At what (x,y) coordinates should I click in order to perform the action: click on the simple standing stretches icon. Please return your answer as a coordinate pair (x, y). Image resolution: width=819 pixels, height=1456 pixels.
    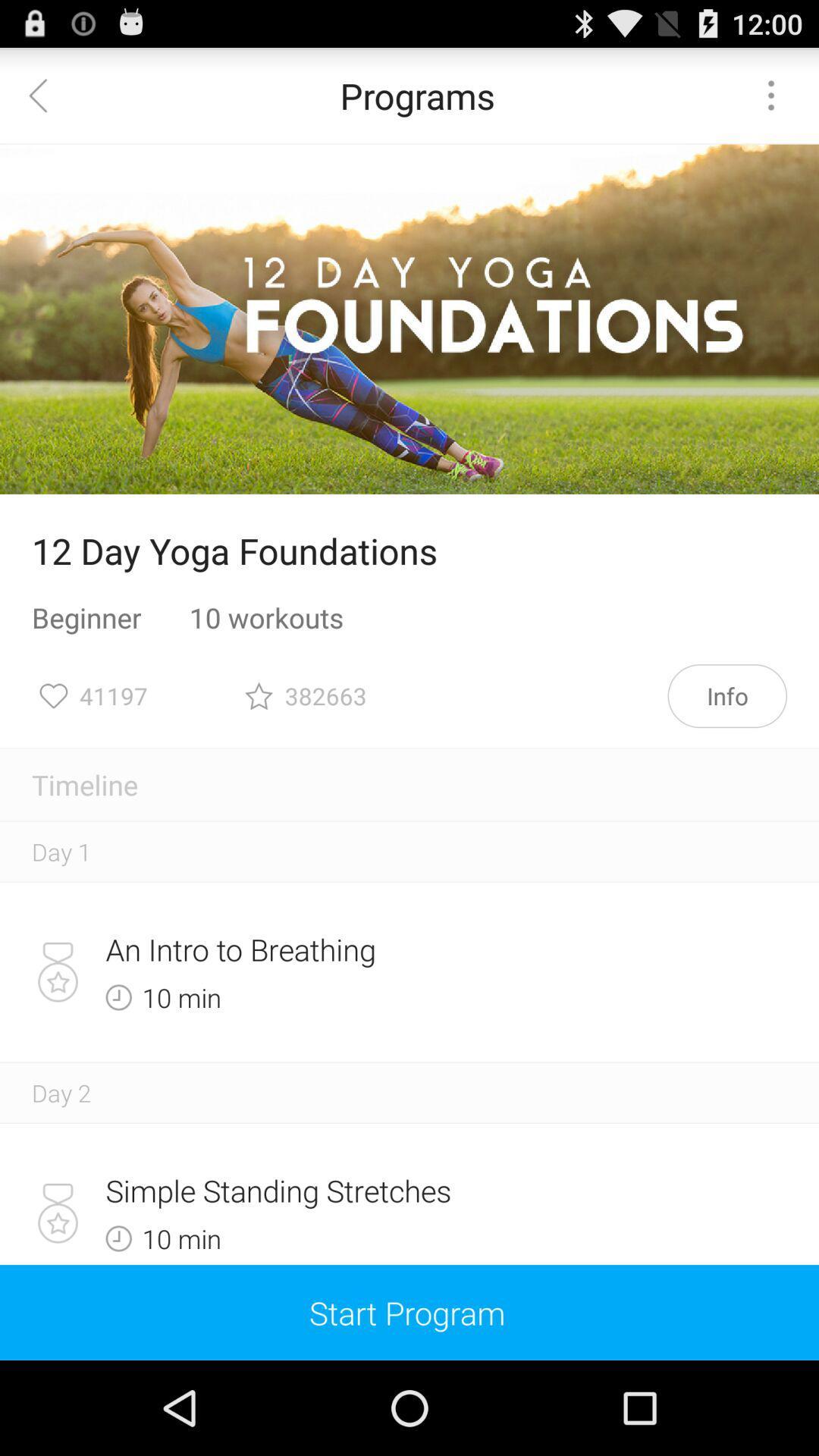
    Looking at the image, I should click on (356, 1190).